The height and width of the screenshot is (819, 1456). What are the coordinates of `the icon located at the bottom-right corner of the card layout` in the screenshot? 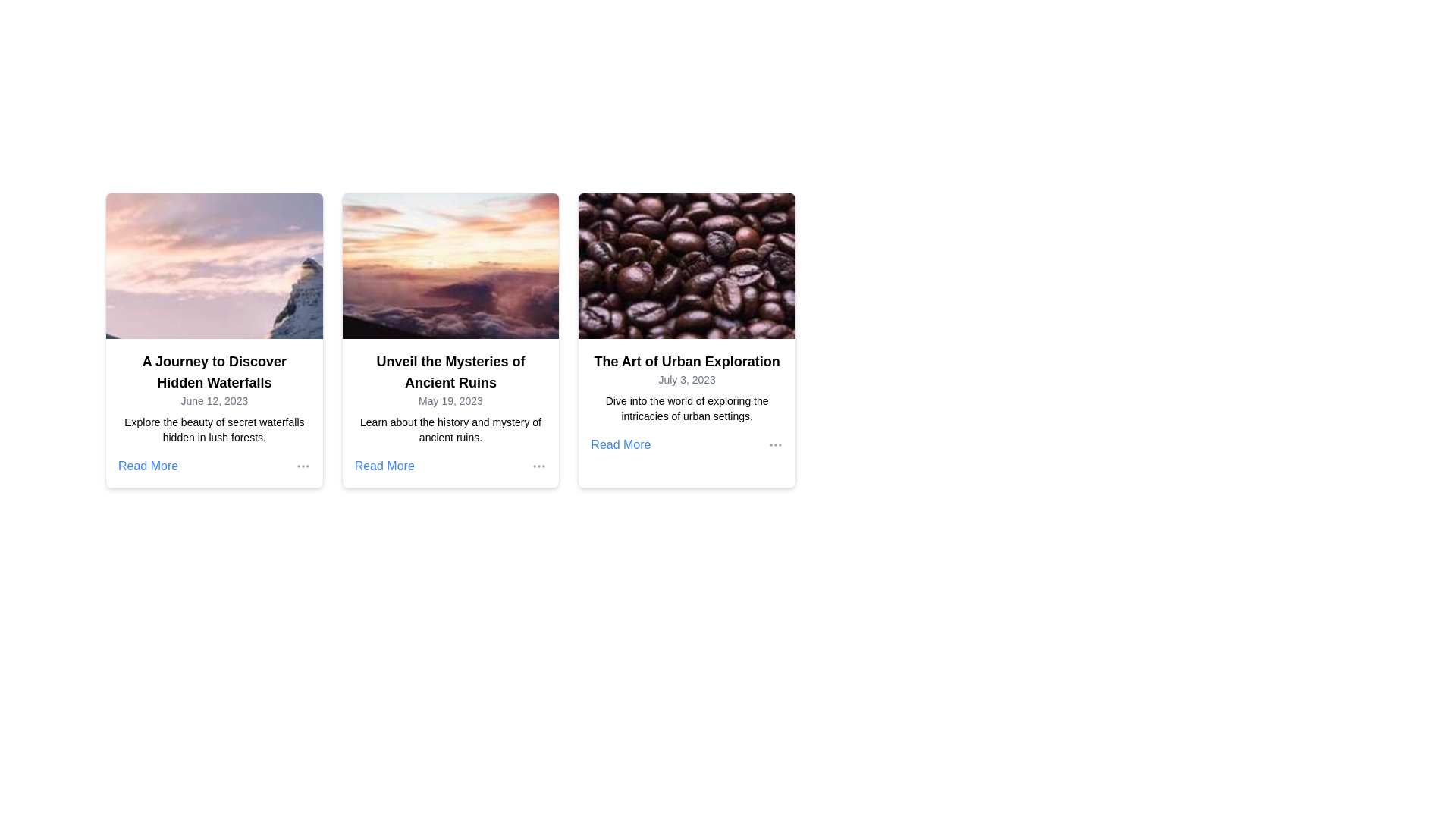 It's located at (539, 465).